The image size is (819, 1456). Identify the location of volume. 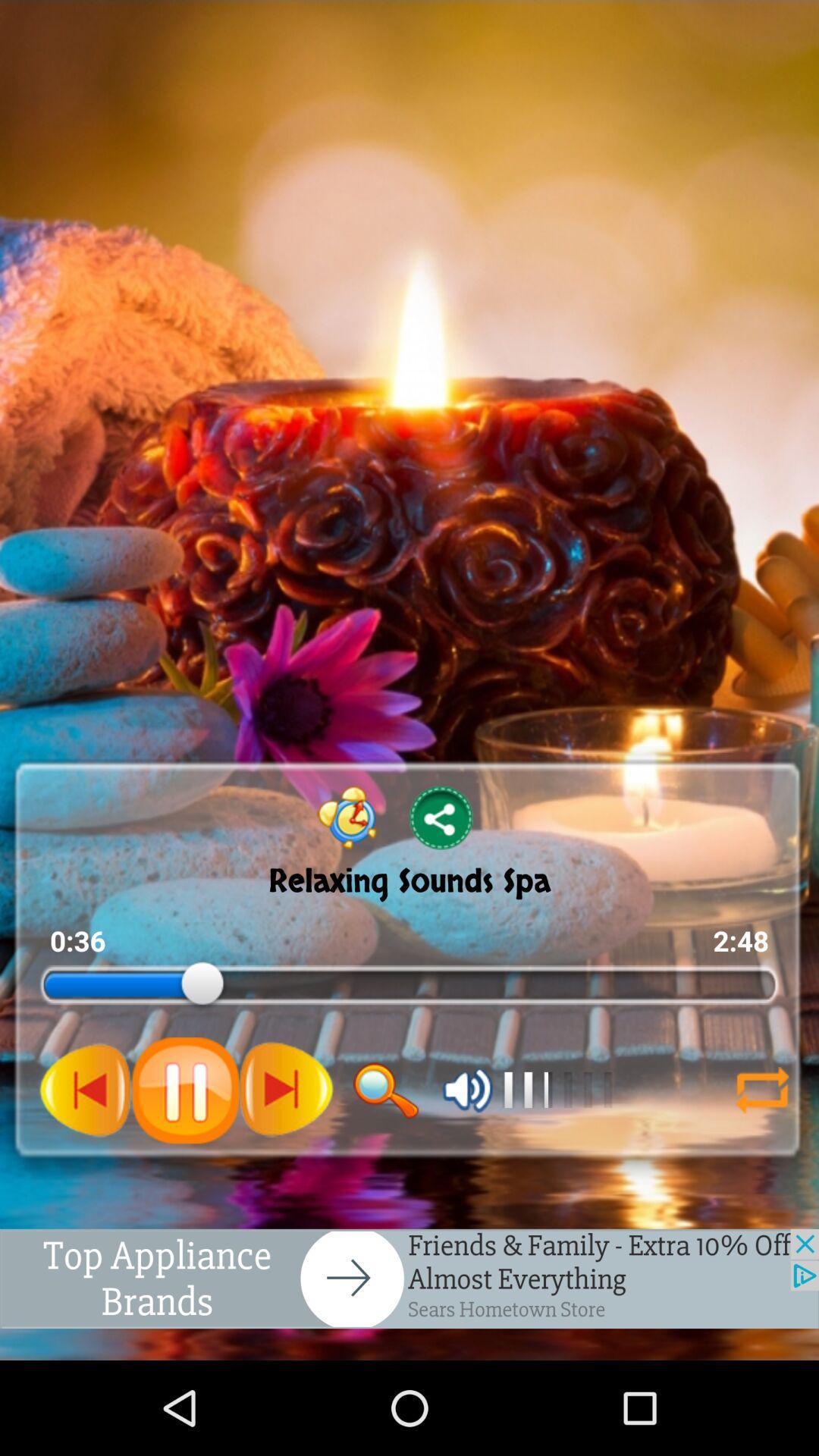
(467, 1089).